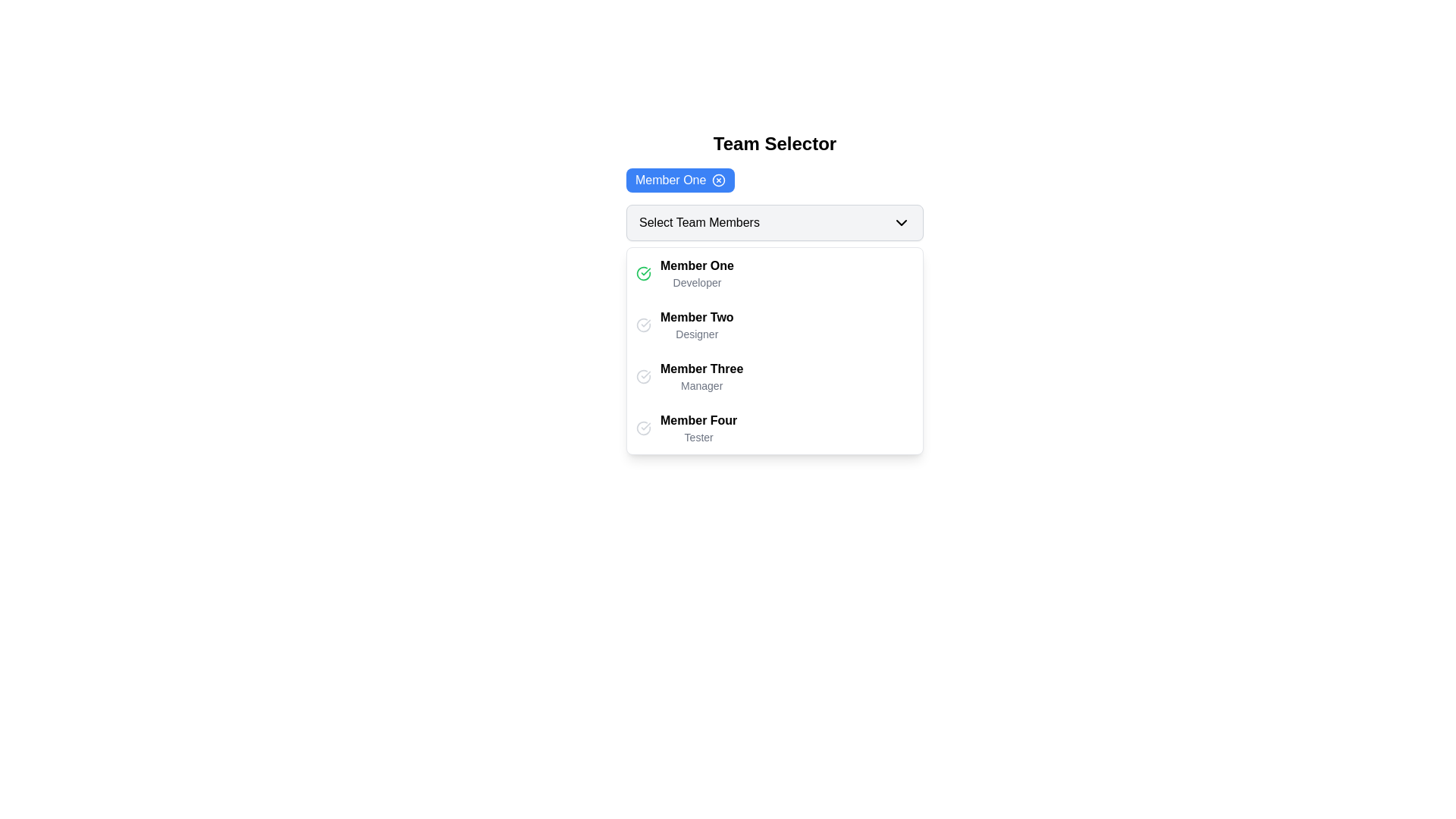  I want to click on the third list entry in the 'Select Team Members' section, so click(775, 350).